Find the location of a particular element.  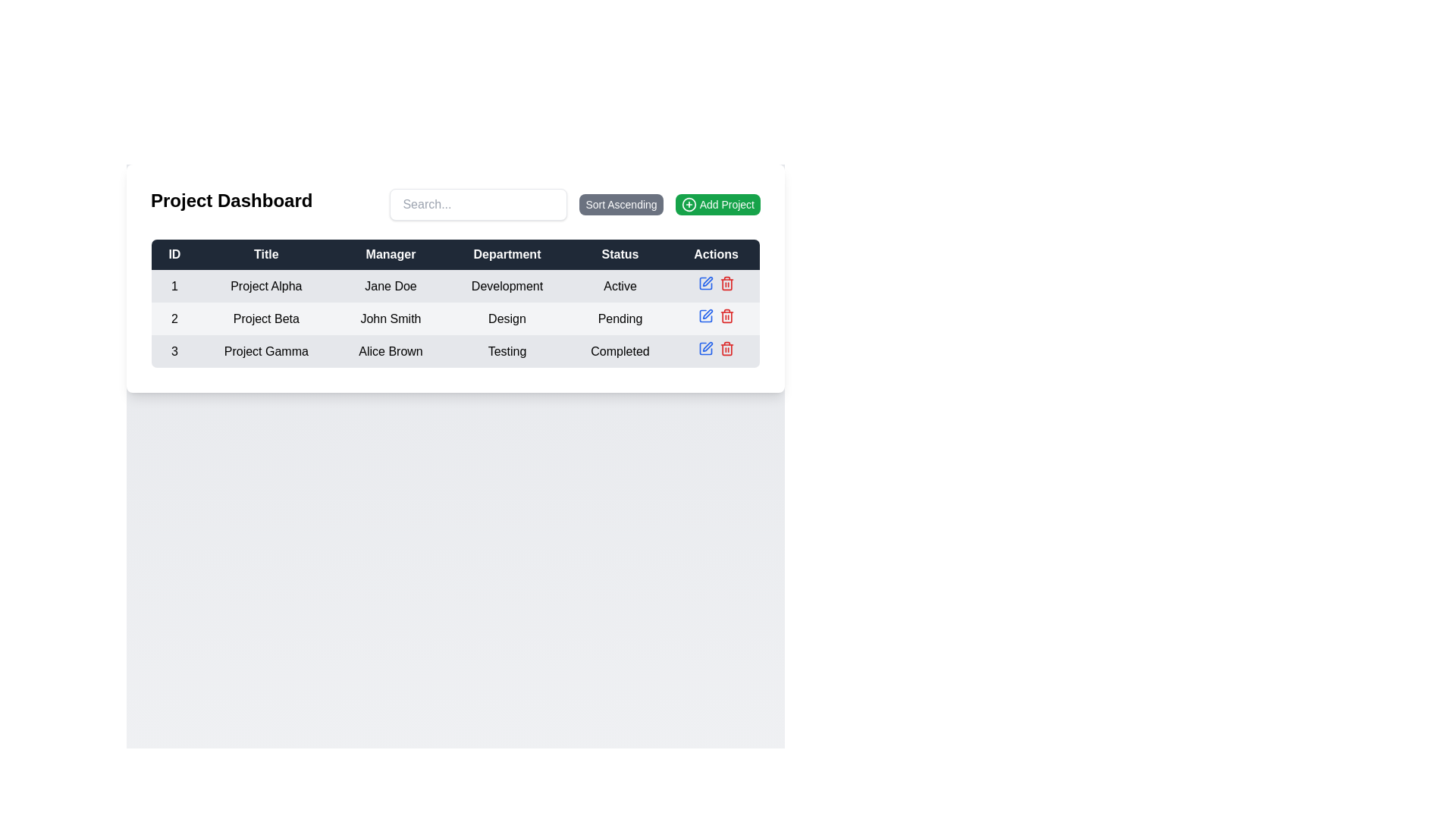

the text label displaying 'Alice Brown' in the third column of the 'Project Gamma' row within the tabular structure is located at coordinates (391, 351).